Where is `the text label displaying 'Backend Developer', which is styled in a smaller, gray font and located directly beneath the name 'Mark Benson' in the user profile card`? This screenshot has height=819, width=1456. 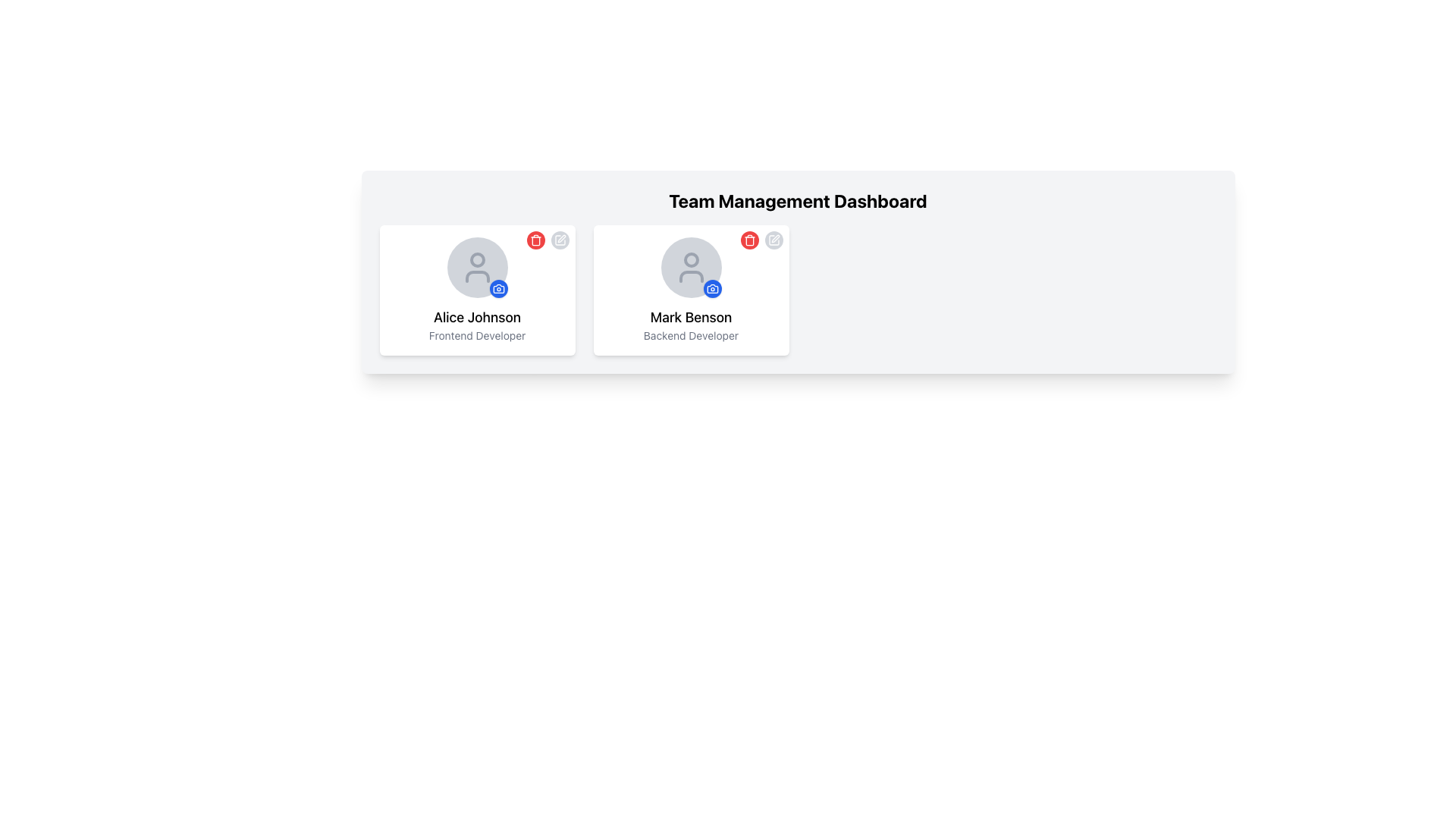 the text label displaying 'Backend Developer', which is styled in a smaller, gray font and located directly beneath the name 'Mark Benson' in the user profile card is located at coordinates (690, 335).